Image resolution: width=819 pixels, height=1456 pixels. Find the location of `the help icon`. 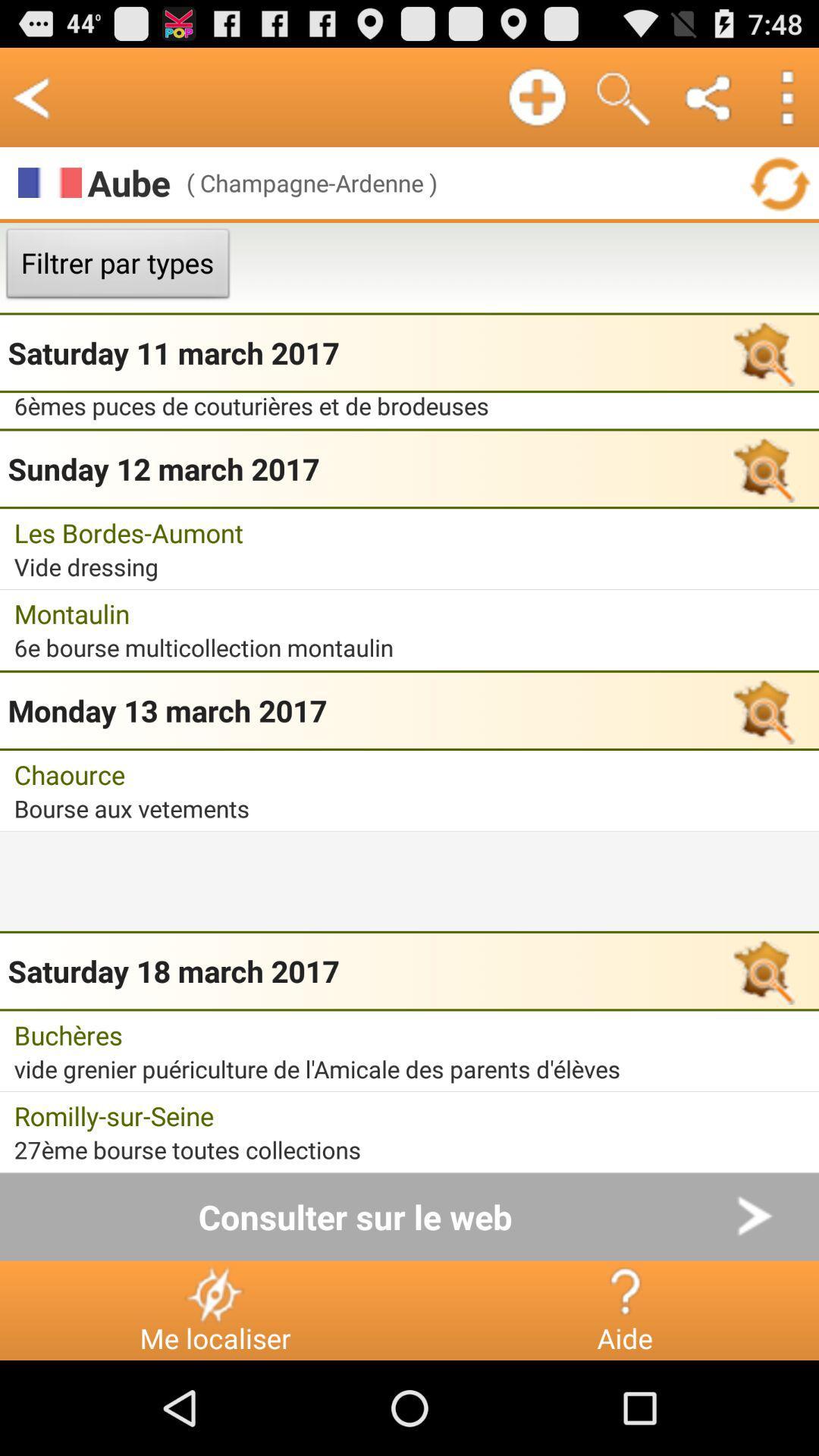

the help icon is located at coordinates (624, 1385).